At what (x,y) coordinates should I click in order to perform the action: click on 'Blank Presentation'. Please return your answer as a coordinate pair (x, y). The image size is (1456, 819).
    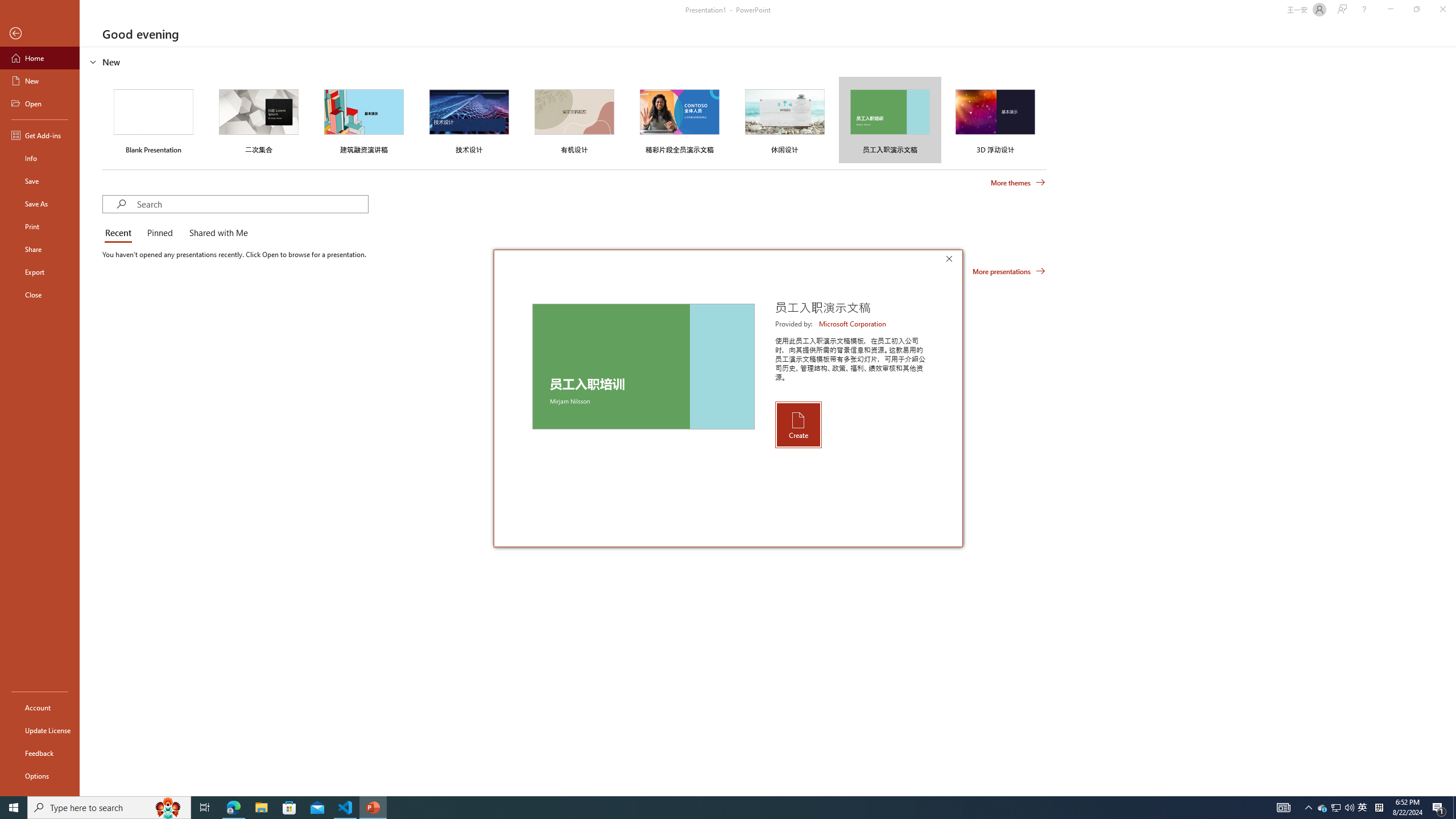
    Looking at the image, I should click on (153, 119).